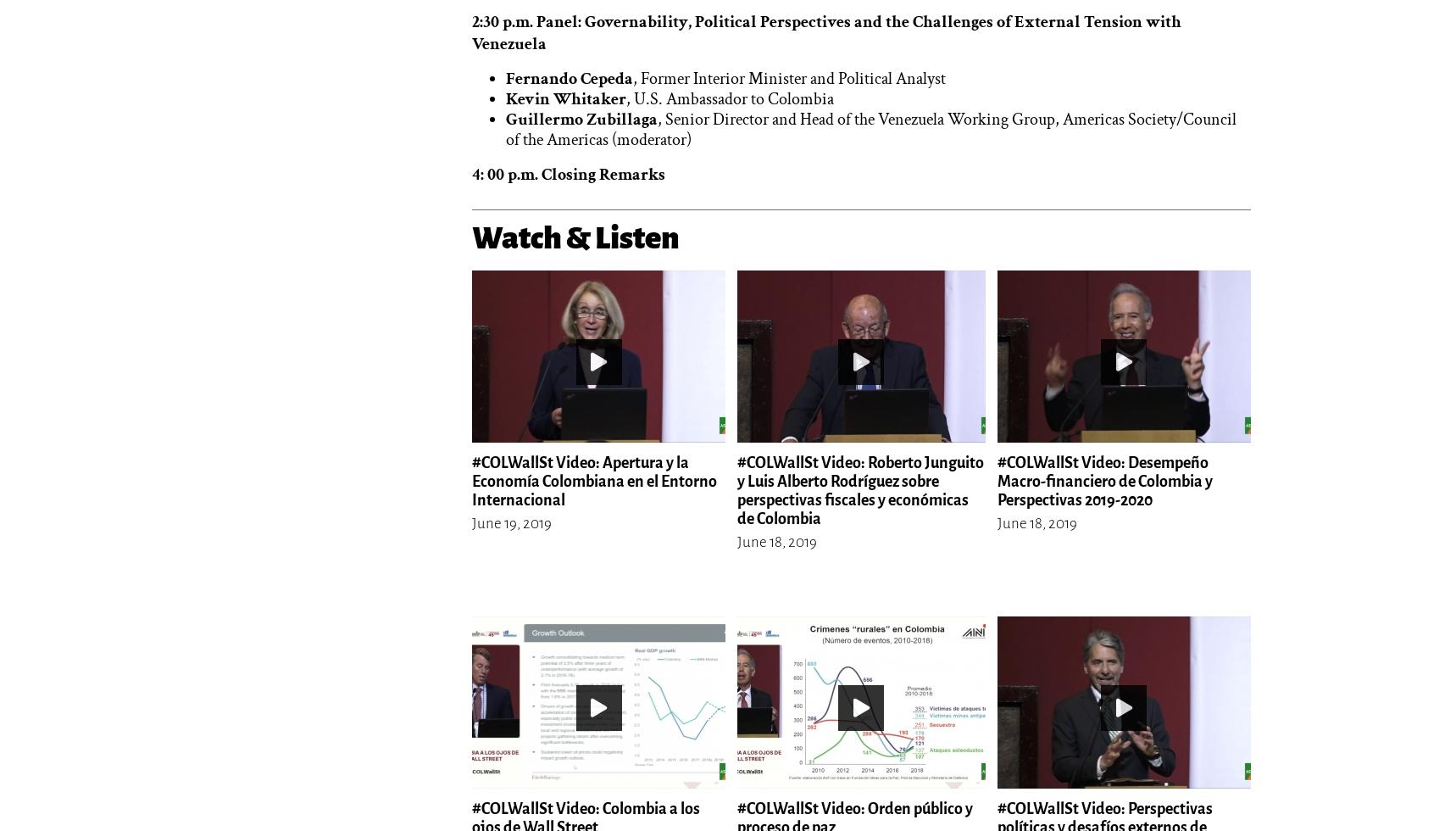  Describe the element at coordinates (826, 32) in the screenshot. I see `'Governability, Political Perspectives and the Challenges of External Tension with Venezuela'` at that location.